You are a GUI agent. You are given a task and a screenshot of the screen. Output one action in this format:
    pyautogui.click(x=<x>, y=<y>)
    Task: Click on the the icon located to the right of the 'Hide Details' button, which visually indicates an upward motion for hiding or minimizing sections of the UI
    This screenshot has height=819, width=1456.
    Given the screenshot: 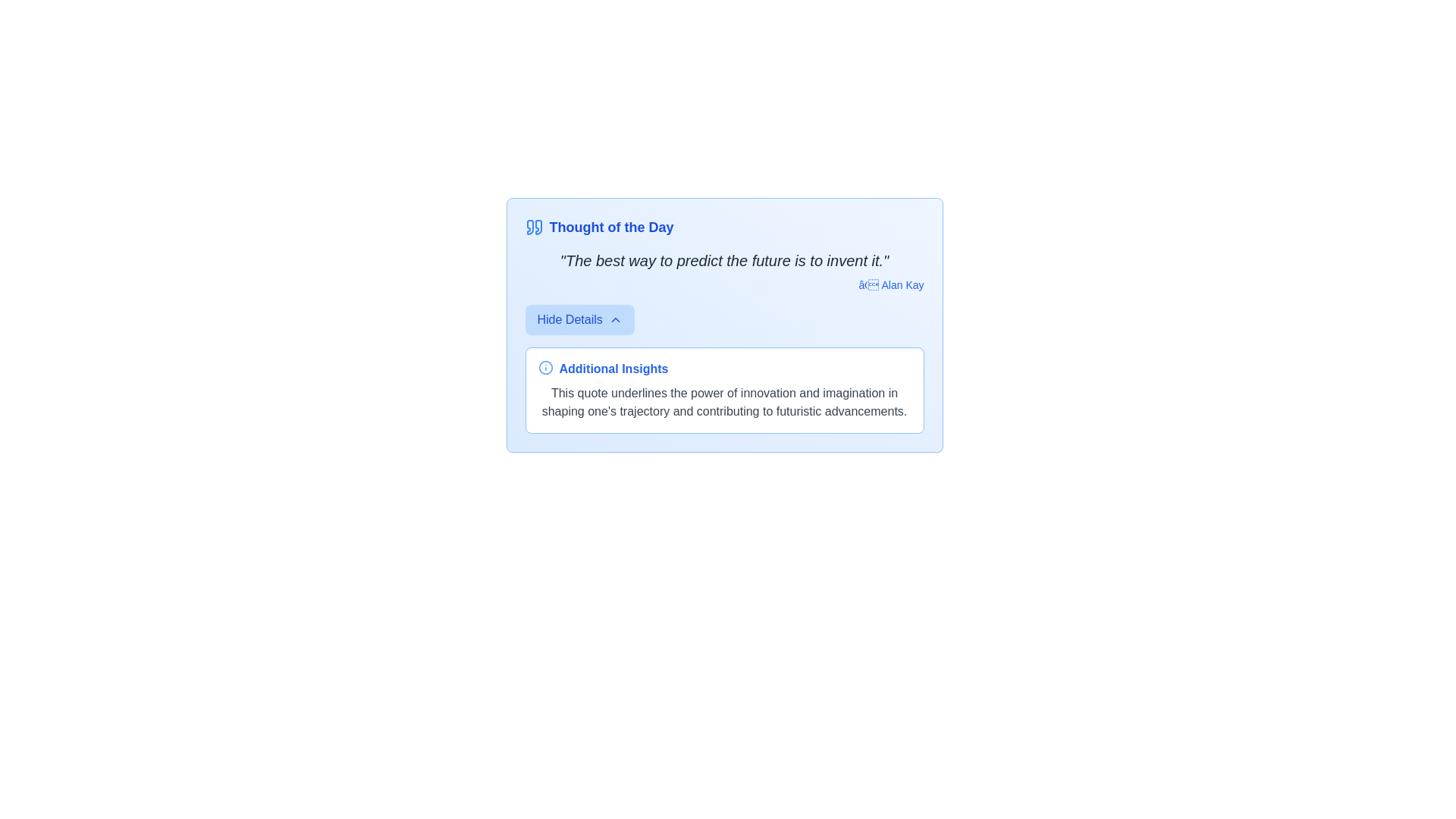 What is the action you would take?
    pyautogui.click(x=615, y=318)
    